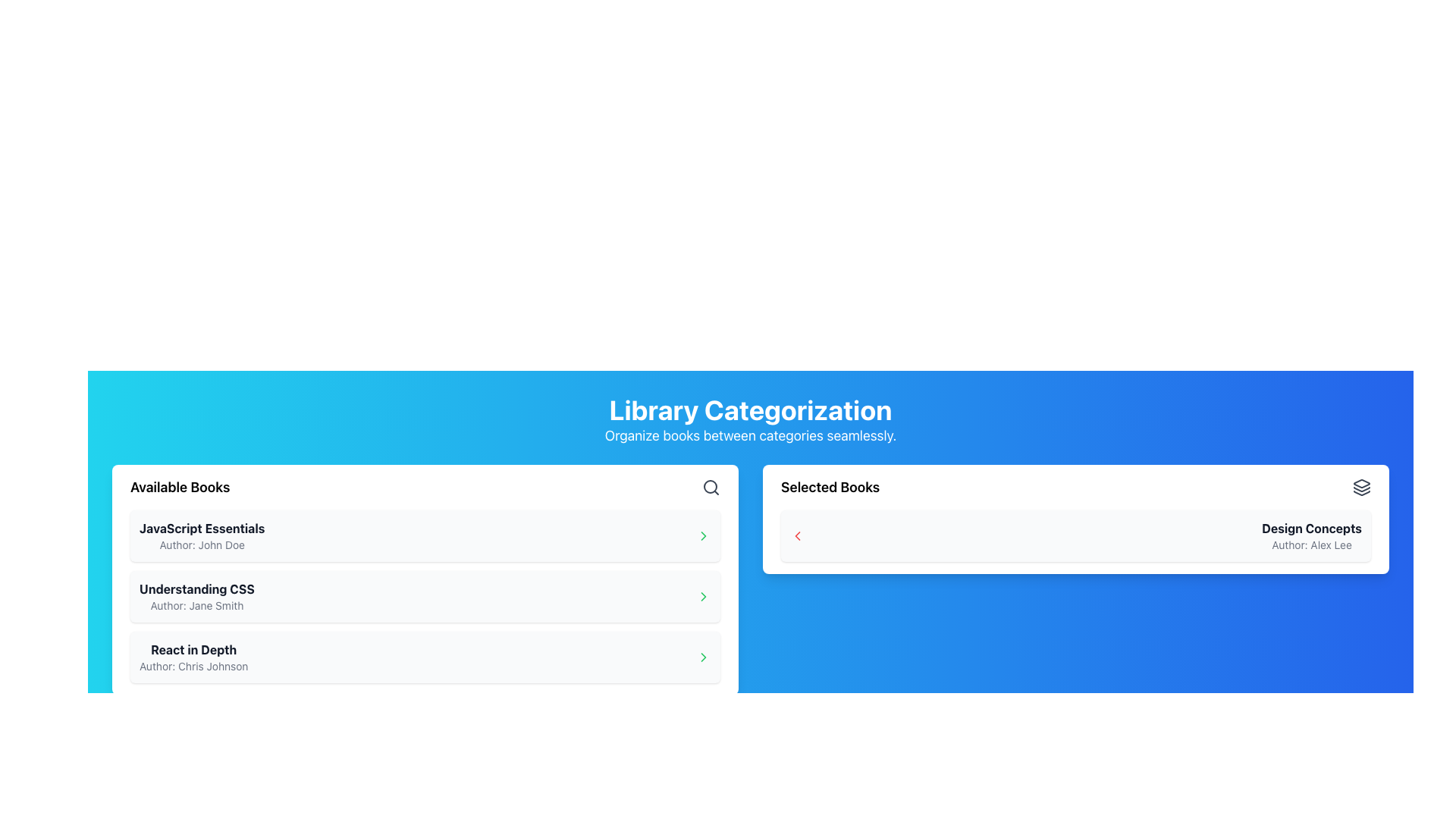 The image size is (1456, 819). I want to click on the title text of the selected book in the 'Selected Books' section, which is the topmost text in the book details card, so click(1311, 528).